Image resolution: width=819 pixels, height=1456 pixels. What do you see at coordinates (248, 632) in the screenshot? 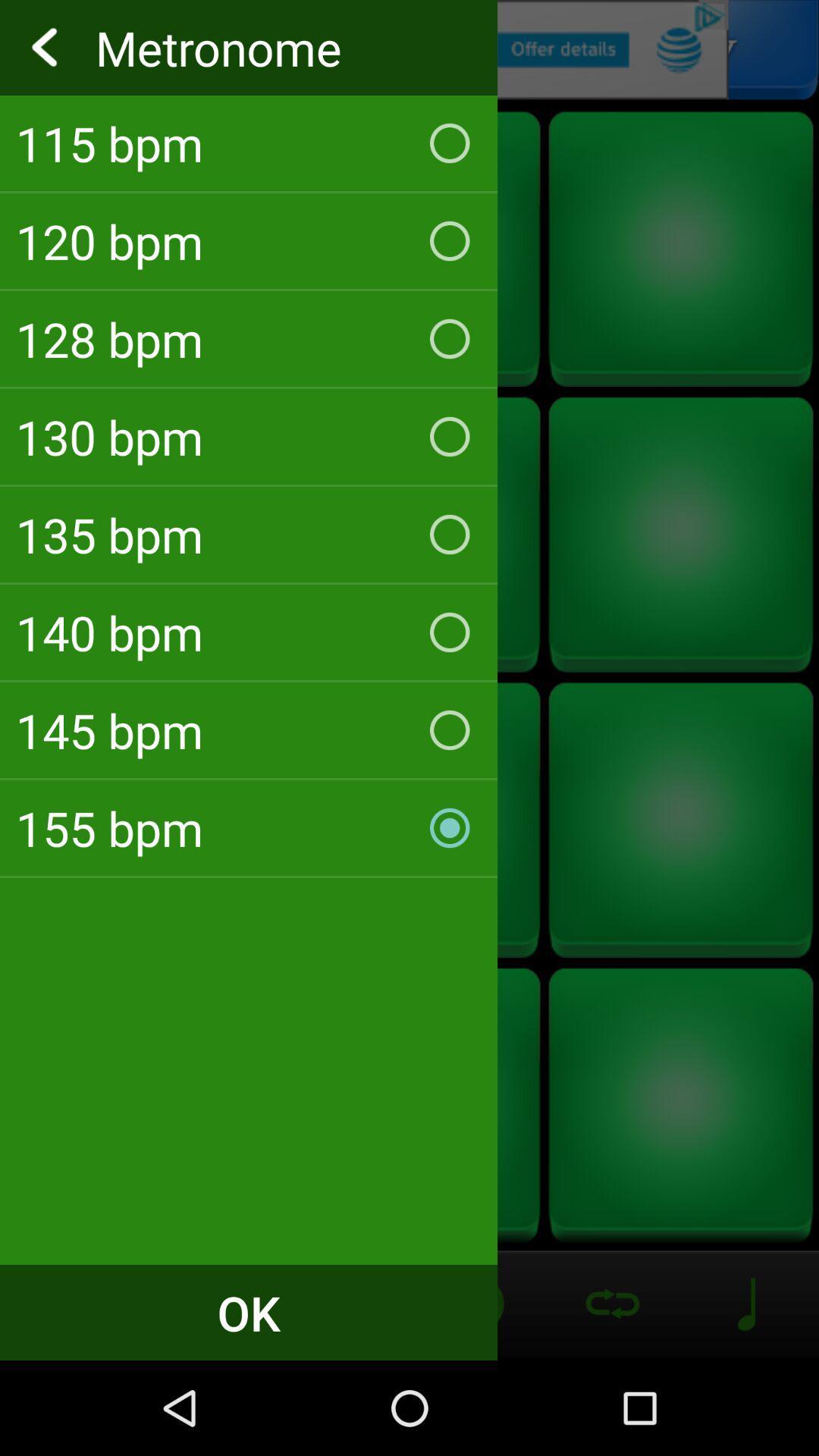
I see `the icon below 135 bpm icon` at bounding box center [248, 632].